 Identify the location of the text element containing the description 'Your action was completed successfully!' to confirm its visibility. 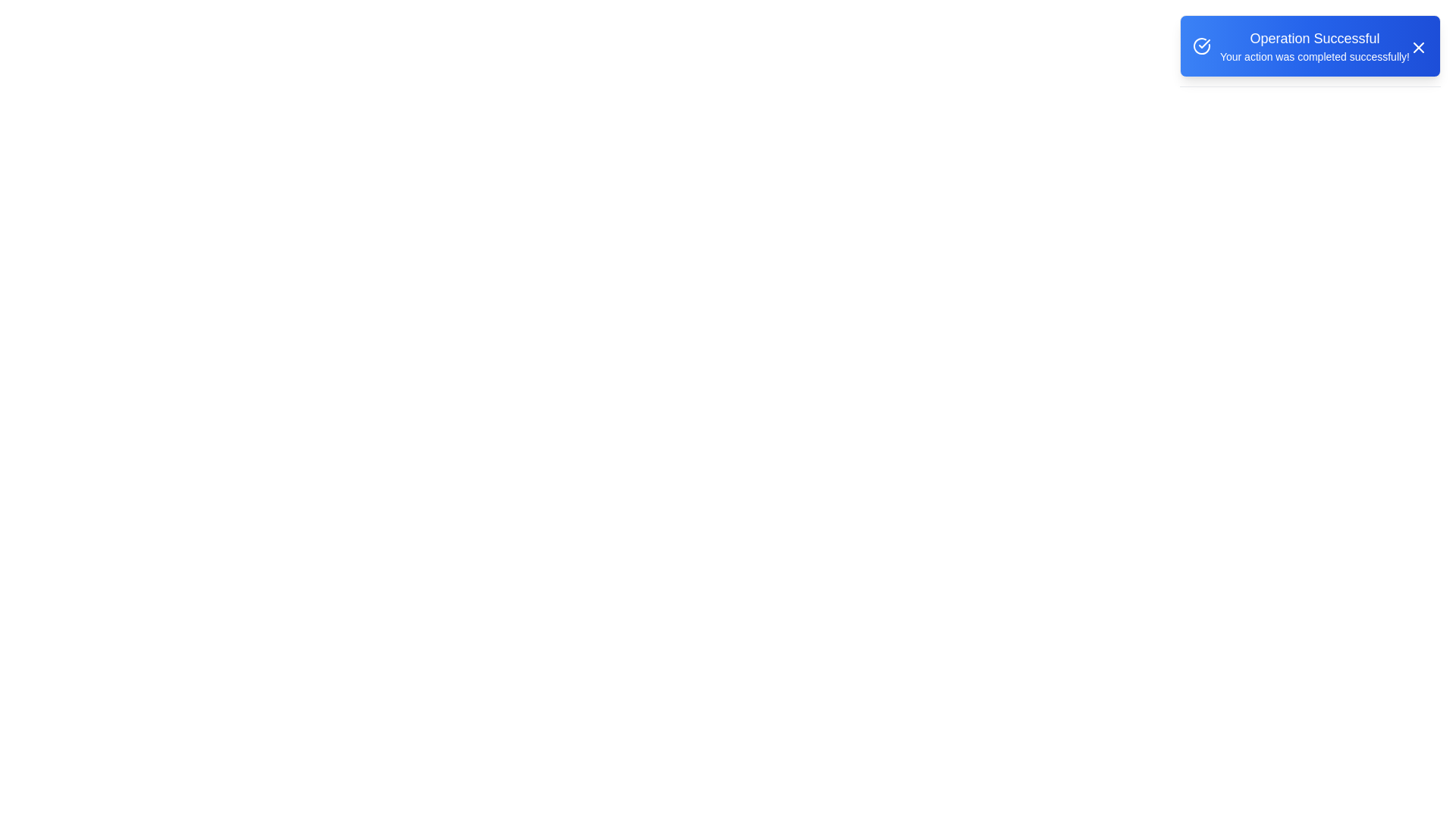
(1313, 55).